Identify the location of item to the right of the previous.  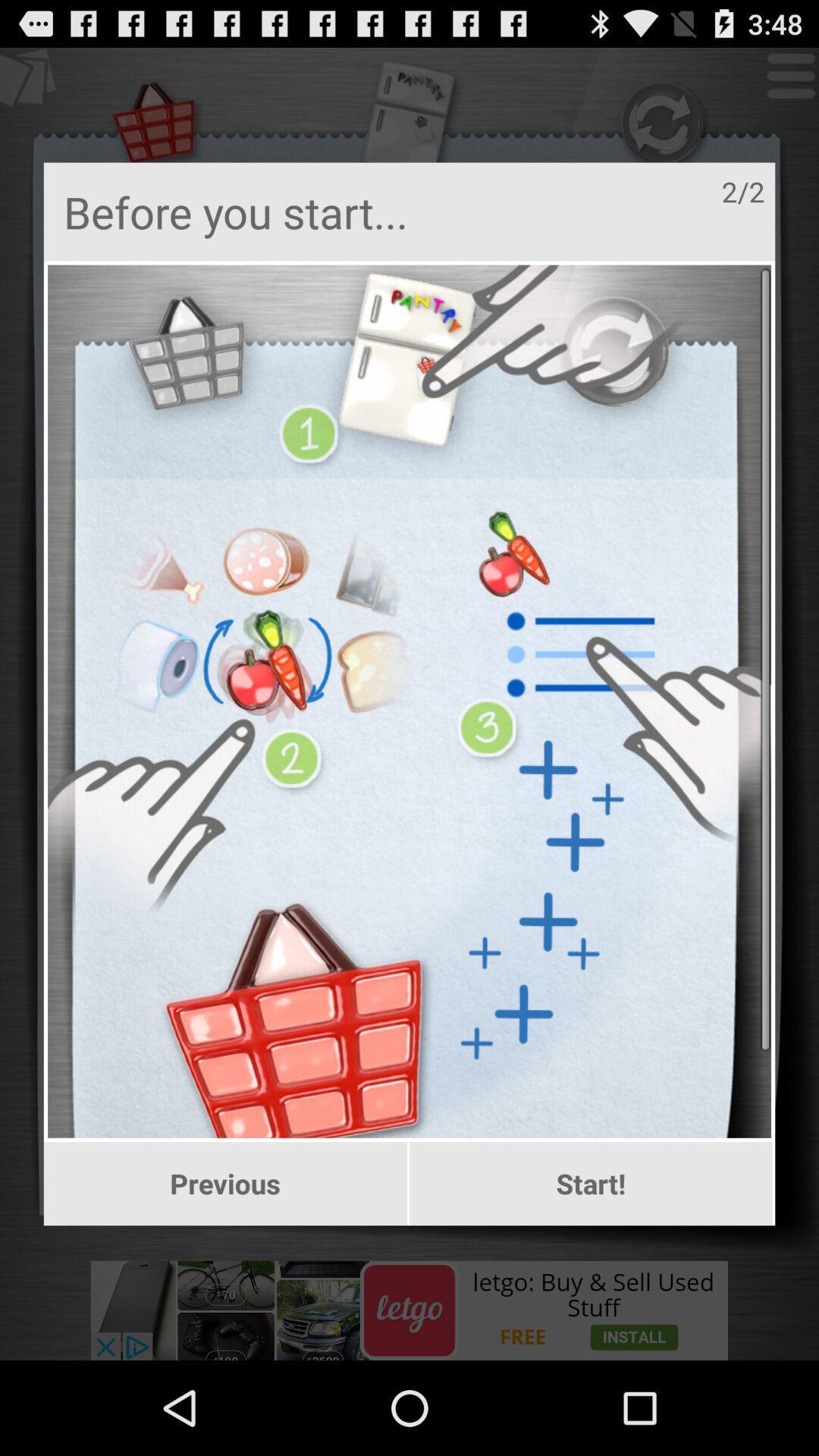
(590, 1183).